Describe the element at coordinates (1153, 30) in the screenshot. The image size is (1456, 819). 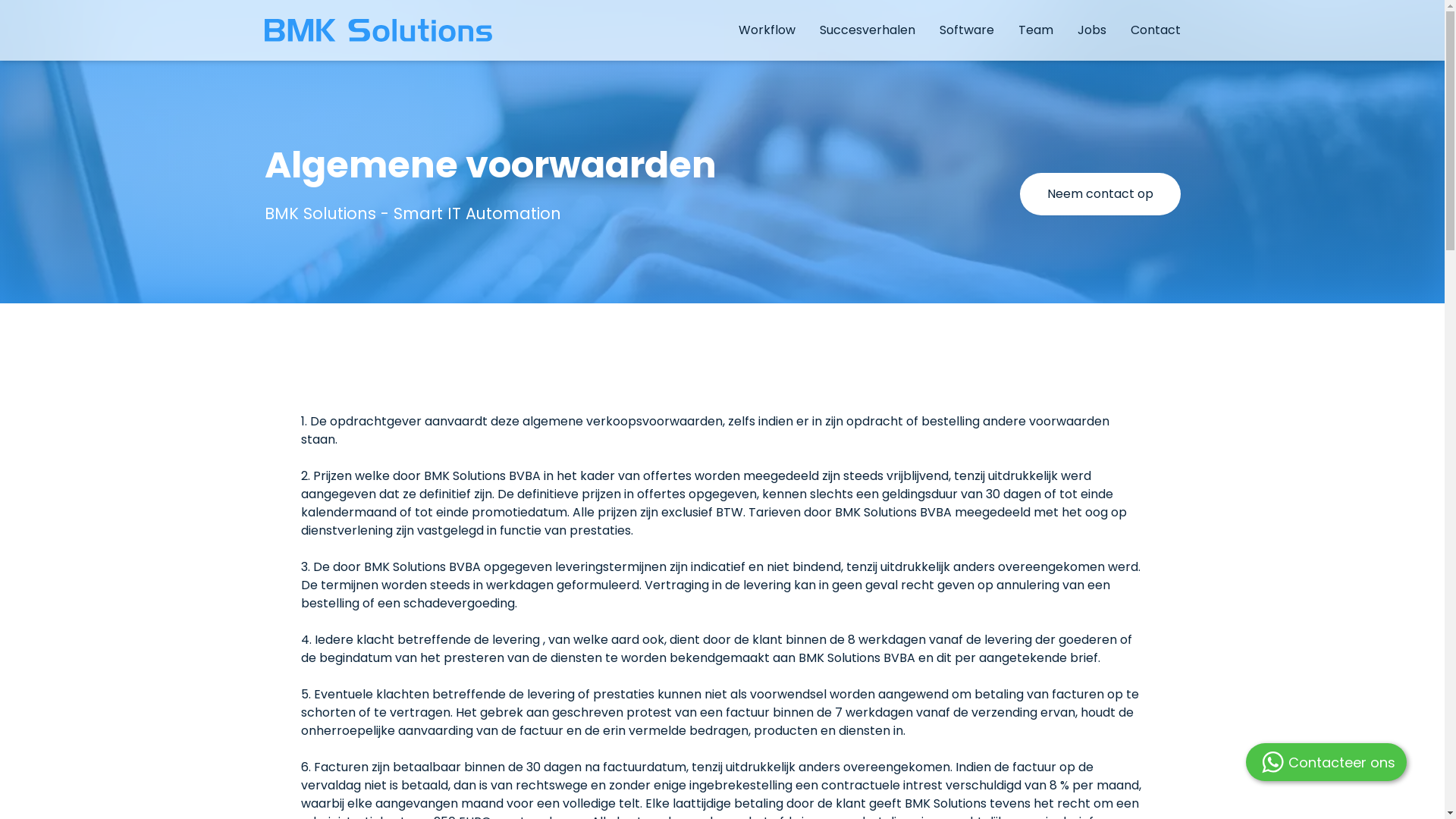
I see `'Contact'` at that location.